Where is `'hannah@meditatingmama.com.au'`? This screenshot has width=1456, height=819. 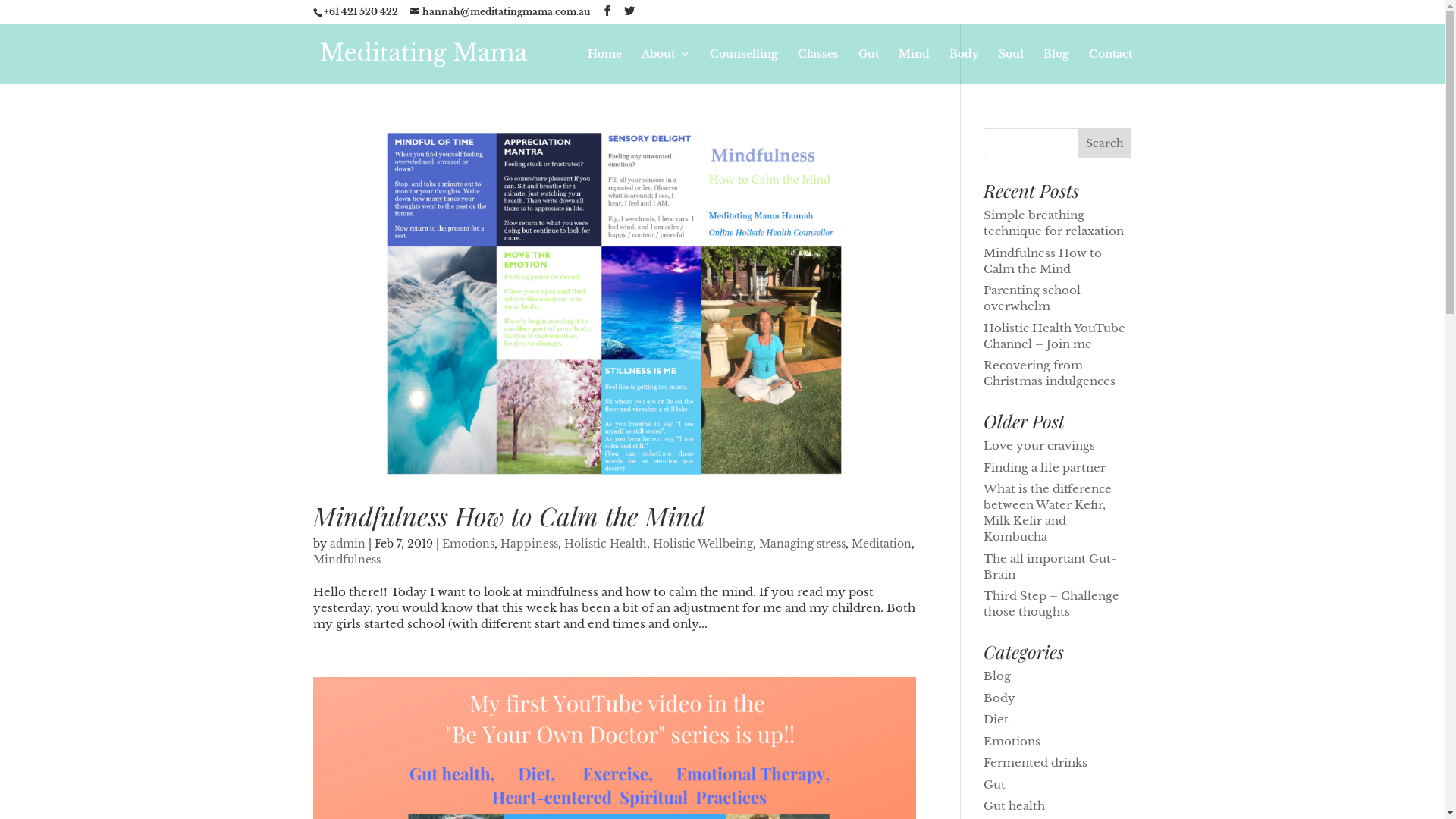
'hannah@meditatingmama.com.au' is located at coordinates (409, 11).